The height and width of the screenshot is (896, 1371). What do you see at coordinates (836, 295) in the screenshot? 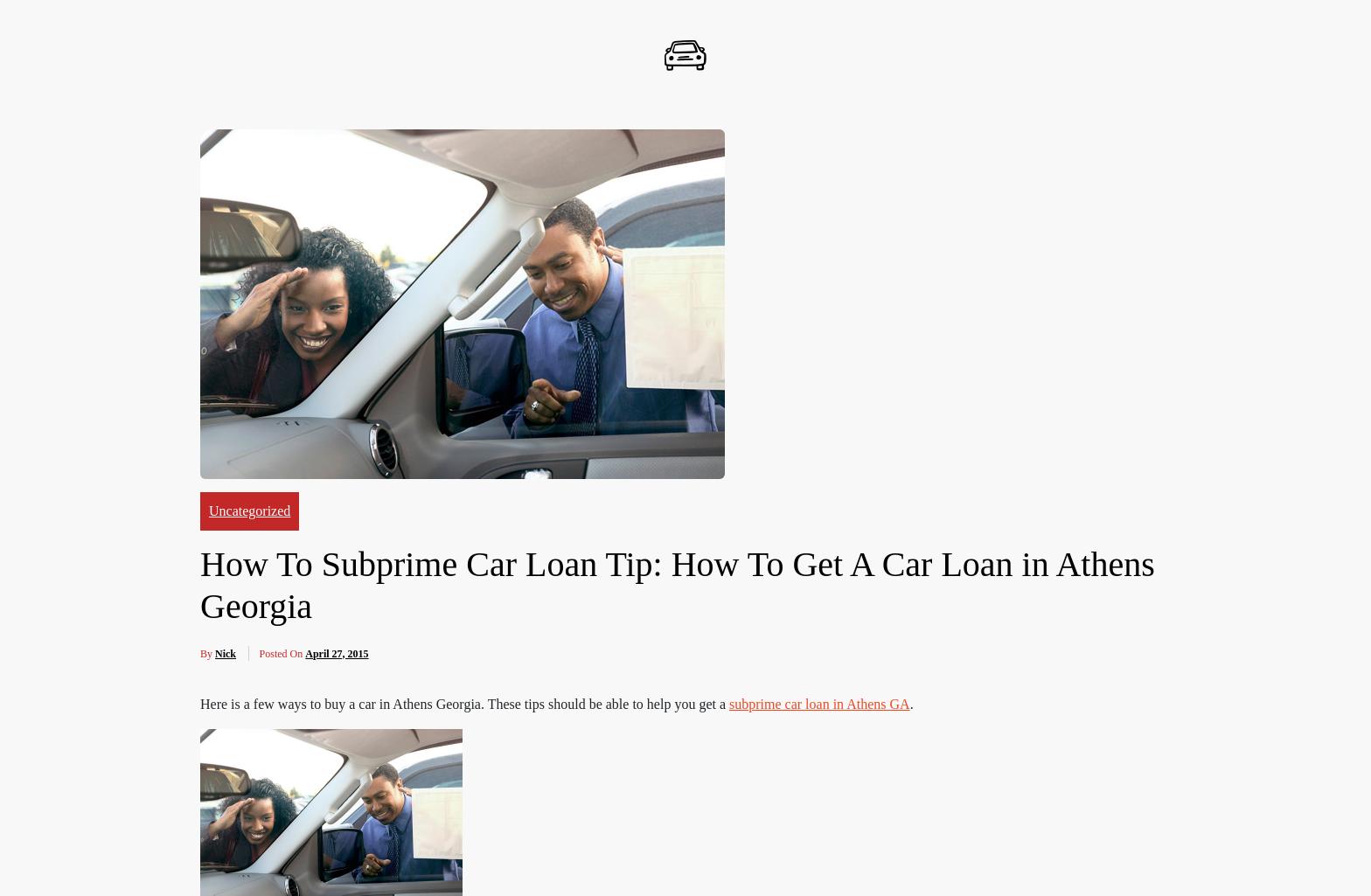
I see `'Apply now'` at bounding box center [836, 295].